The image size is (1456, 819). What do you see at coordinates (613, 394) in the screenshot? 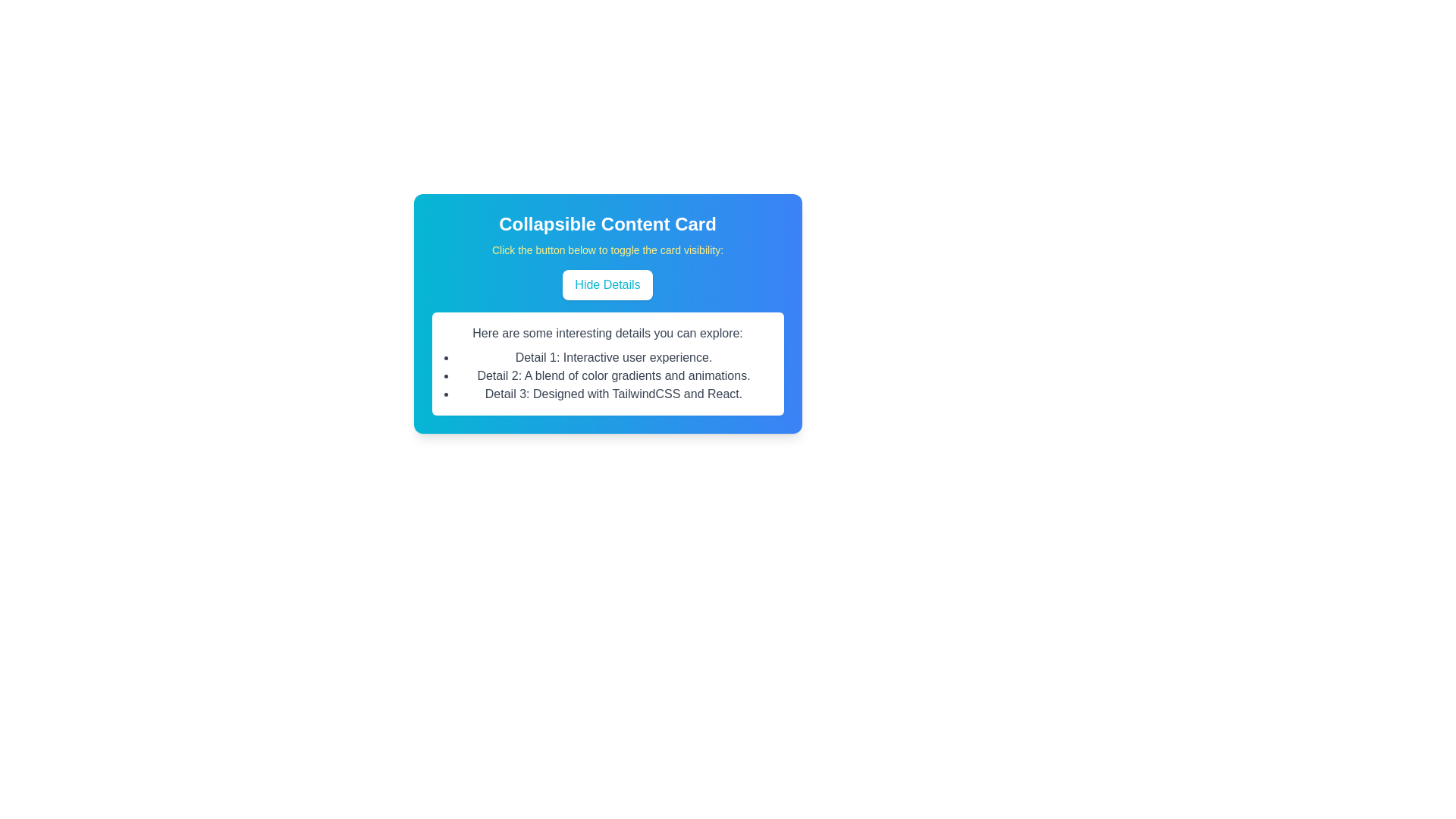
I see `the text element that reads 'Detail 3: Designed with TailwindCSS and React.' which is the third item in a vertical bullet-point list` at bounding box center [613, 394].